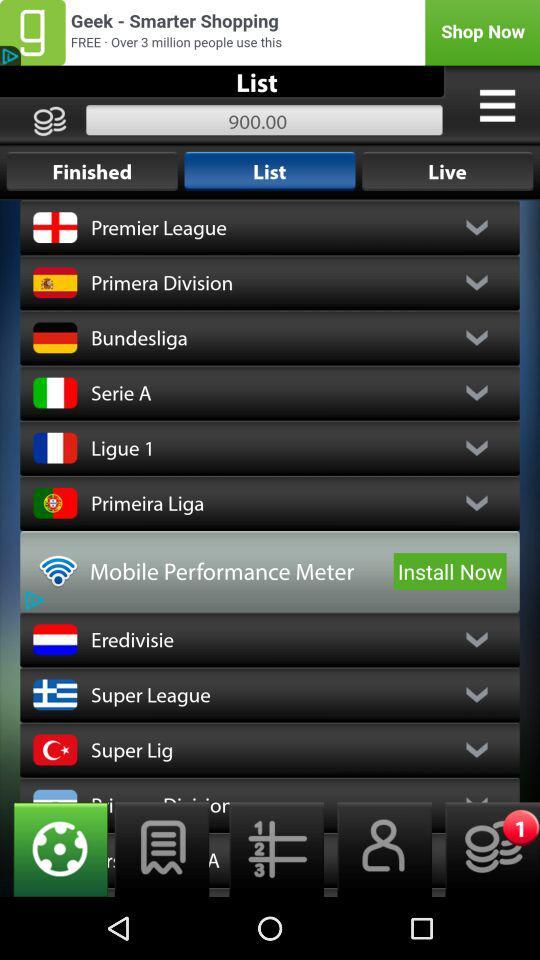 The width and height of the screenshot is (540, 960). Describe the element at coordinates (270, 848) in the screenshot. I see `icon above the  fa cup icon` at that location.